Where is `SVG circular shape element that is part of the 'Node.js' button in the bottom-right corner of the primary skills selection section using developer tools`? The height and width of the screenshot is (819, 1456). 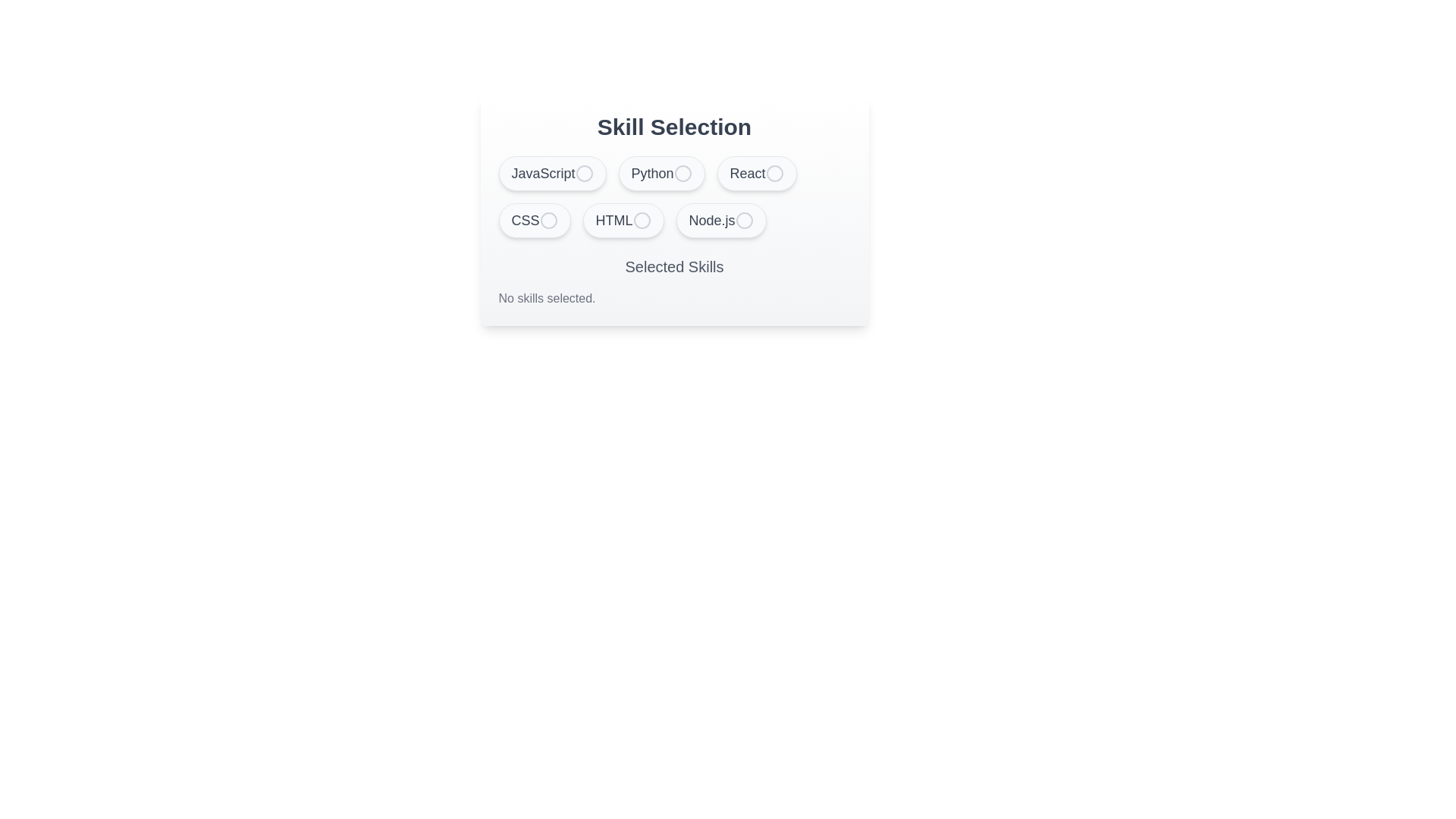 SVG circular shape element that is part of the 'Node.js' button in the bottom-right corner of the primary skills selection section using developer tools is located at coordinates (744, 220).